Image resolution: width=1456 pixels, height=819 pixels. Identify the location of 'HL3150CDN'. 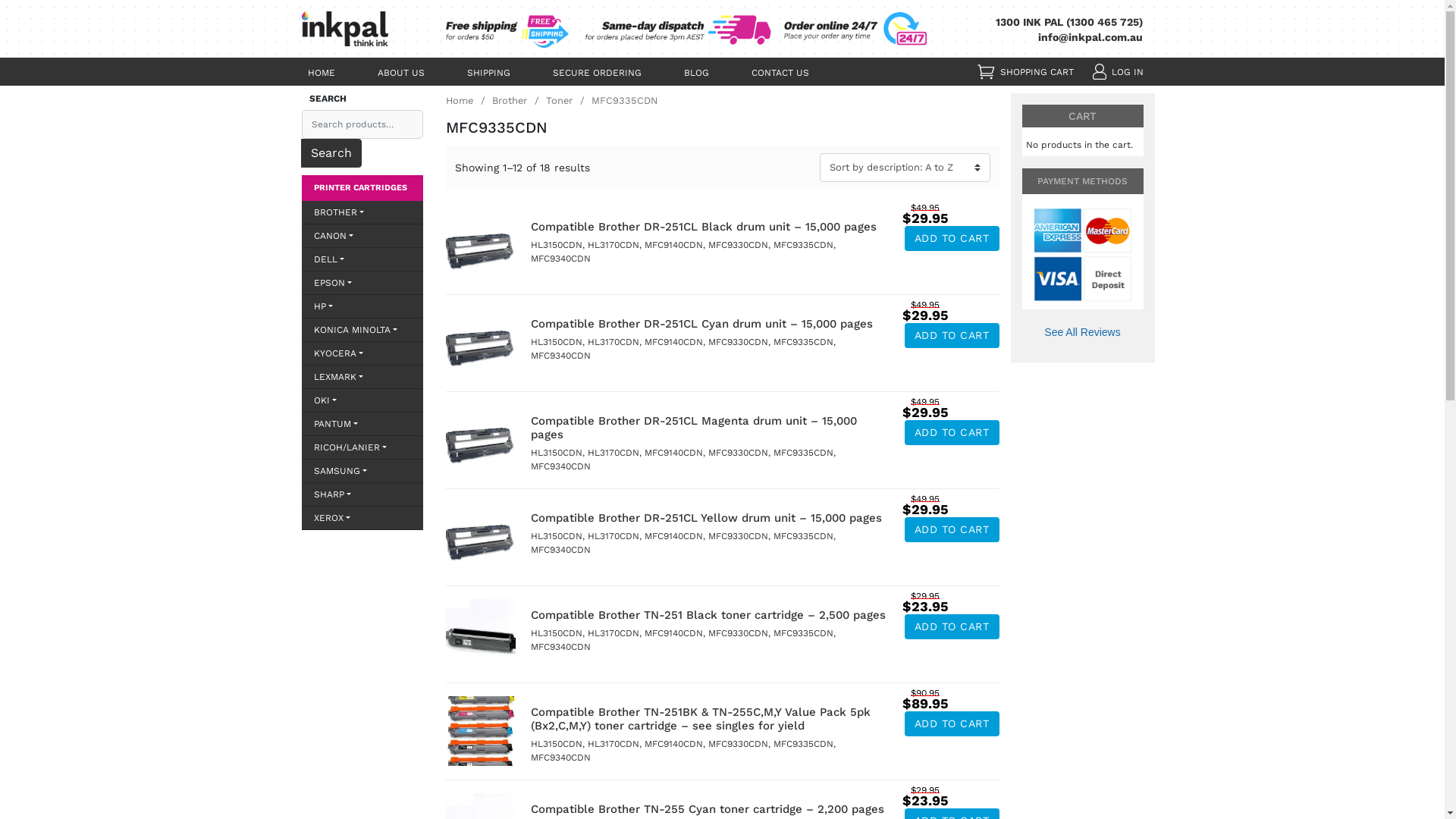
(556, 244).